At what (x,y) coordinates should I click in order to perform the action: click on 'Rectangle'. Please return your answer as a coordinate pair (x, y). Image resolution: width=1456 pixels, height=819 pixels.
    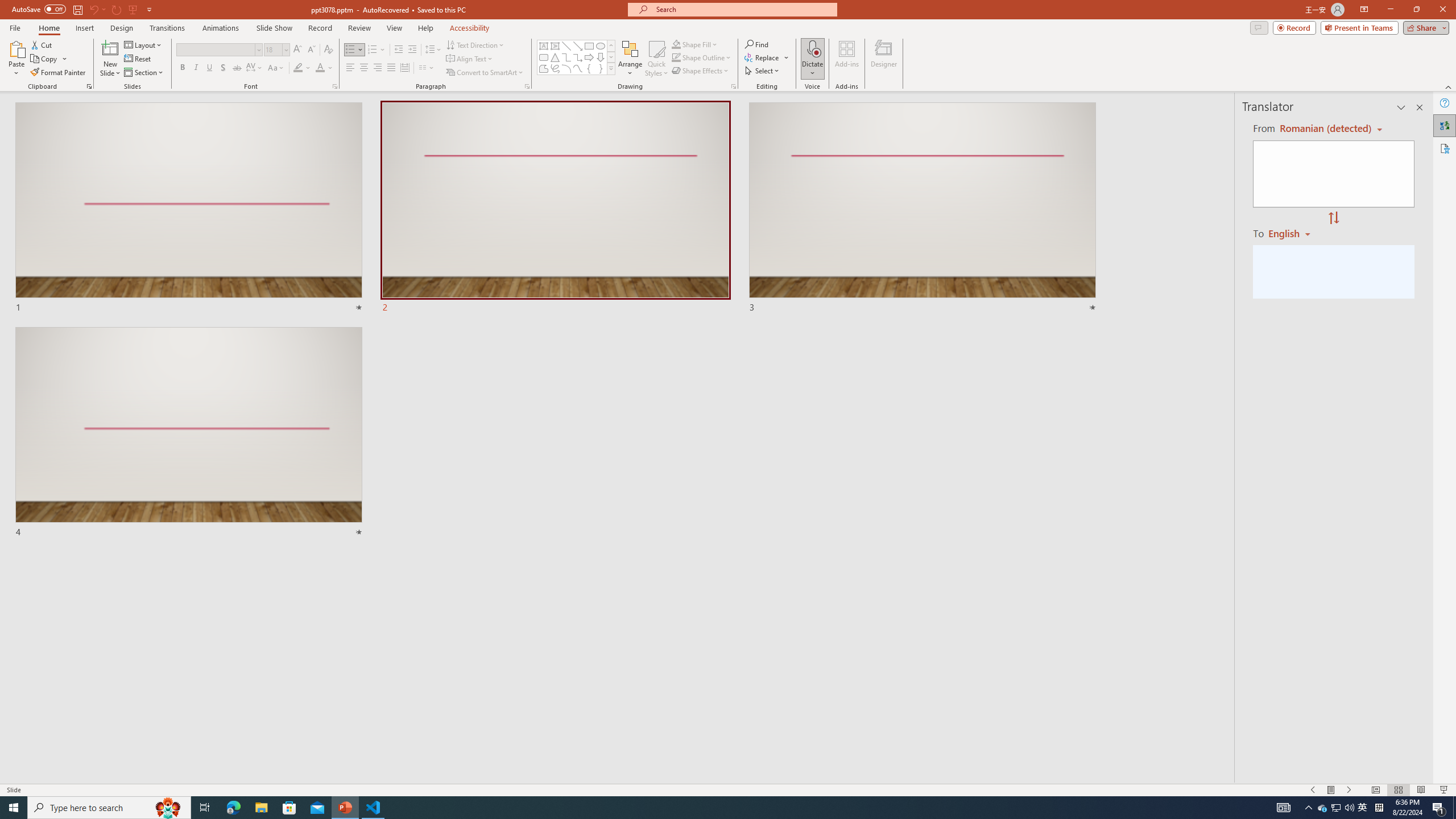
    Looking at the image, I should click on (589, 45).